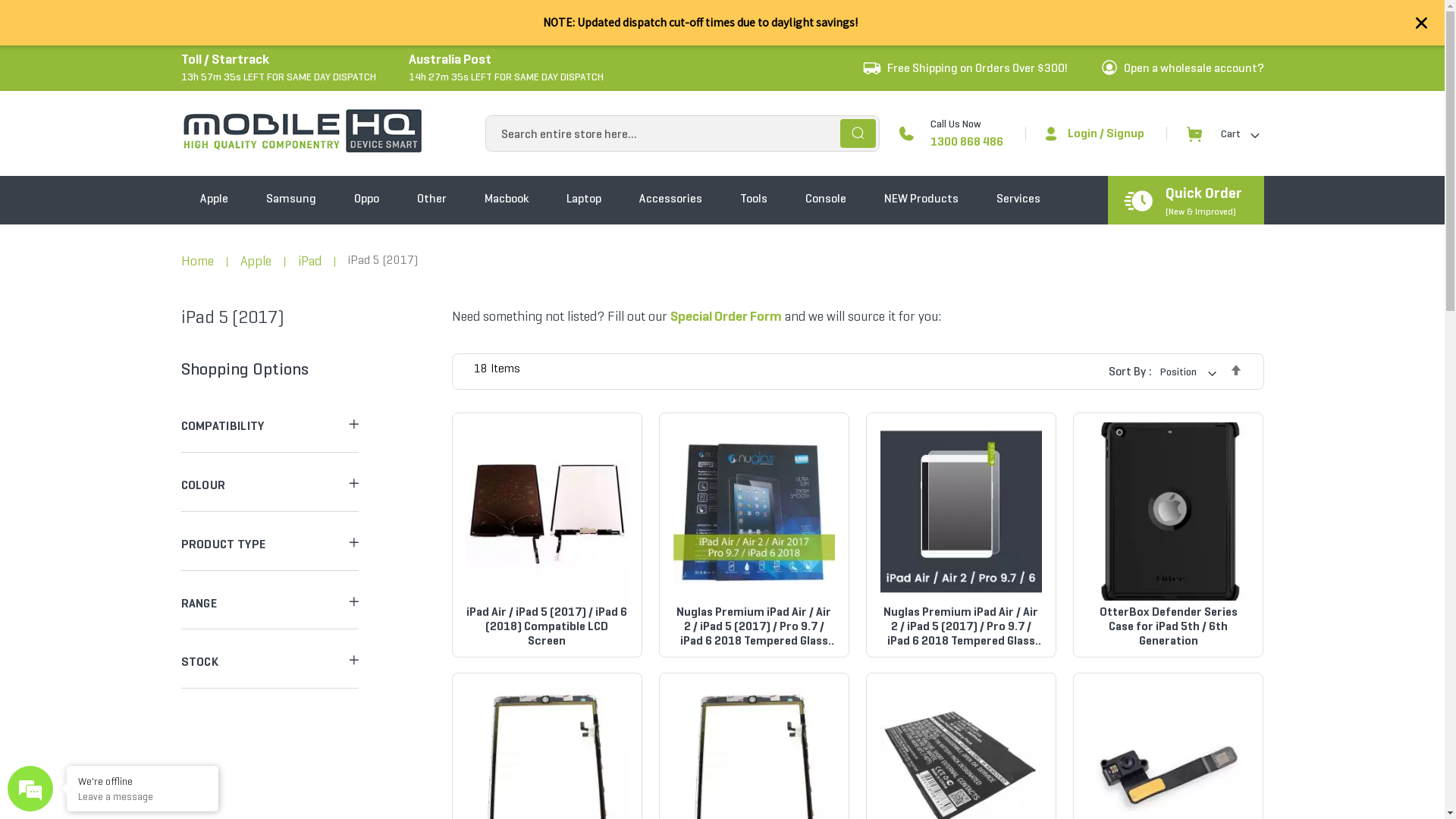 This screenshot has width=1456, height=819. I want to click on 'Samsung', so click(291, 153).